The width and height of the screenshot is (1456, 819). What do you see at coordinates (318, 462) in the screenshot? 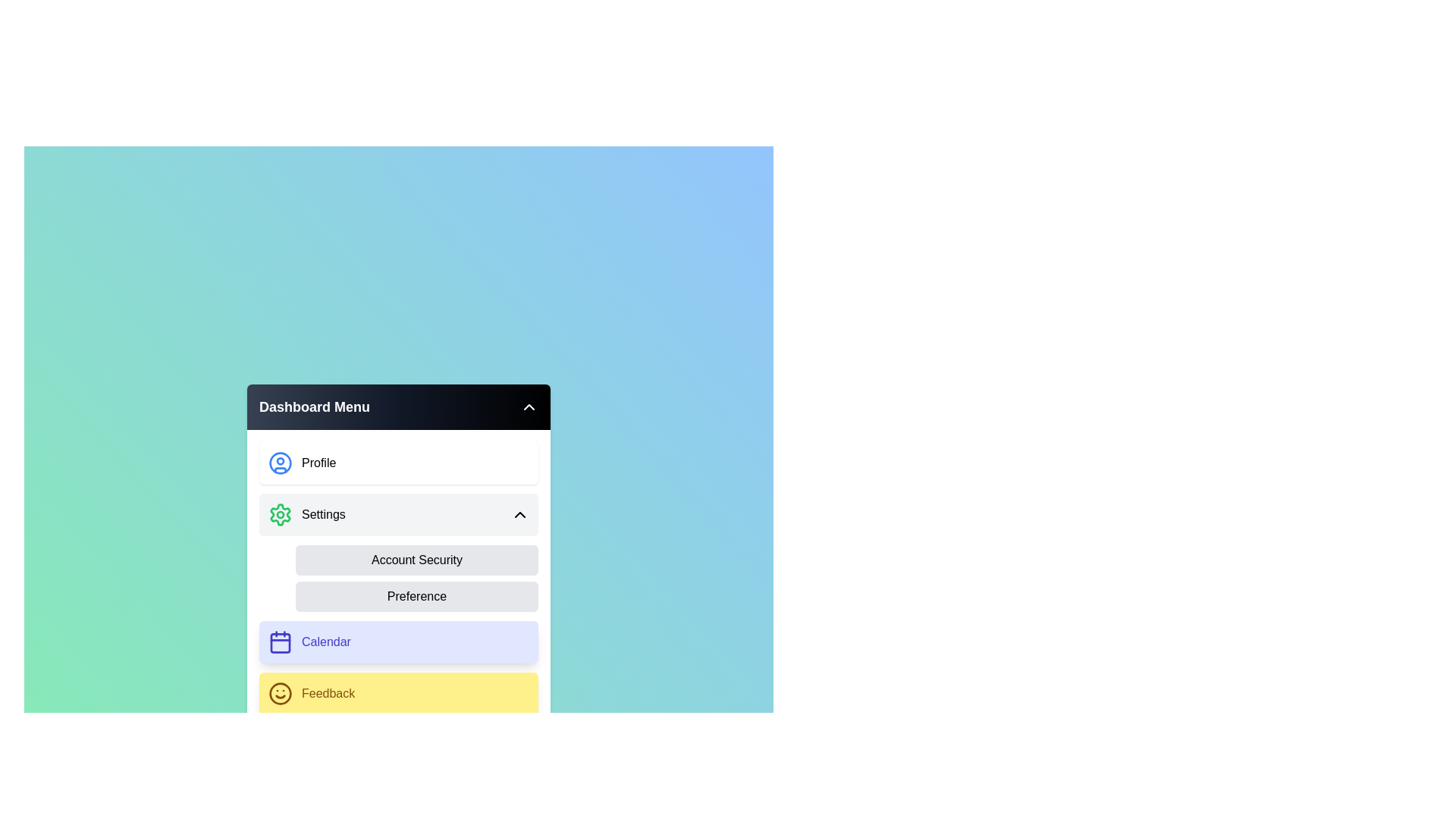
I see `the 'Profile' text label located near the top section of the dashboard menu, adjacent to the user profile icon` at bounding box center [318, 462].